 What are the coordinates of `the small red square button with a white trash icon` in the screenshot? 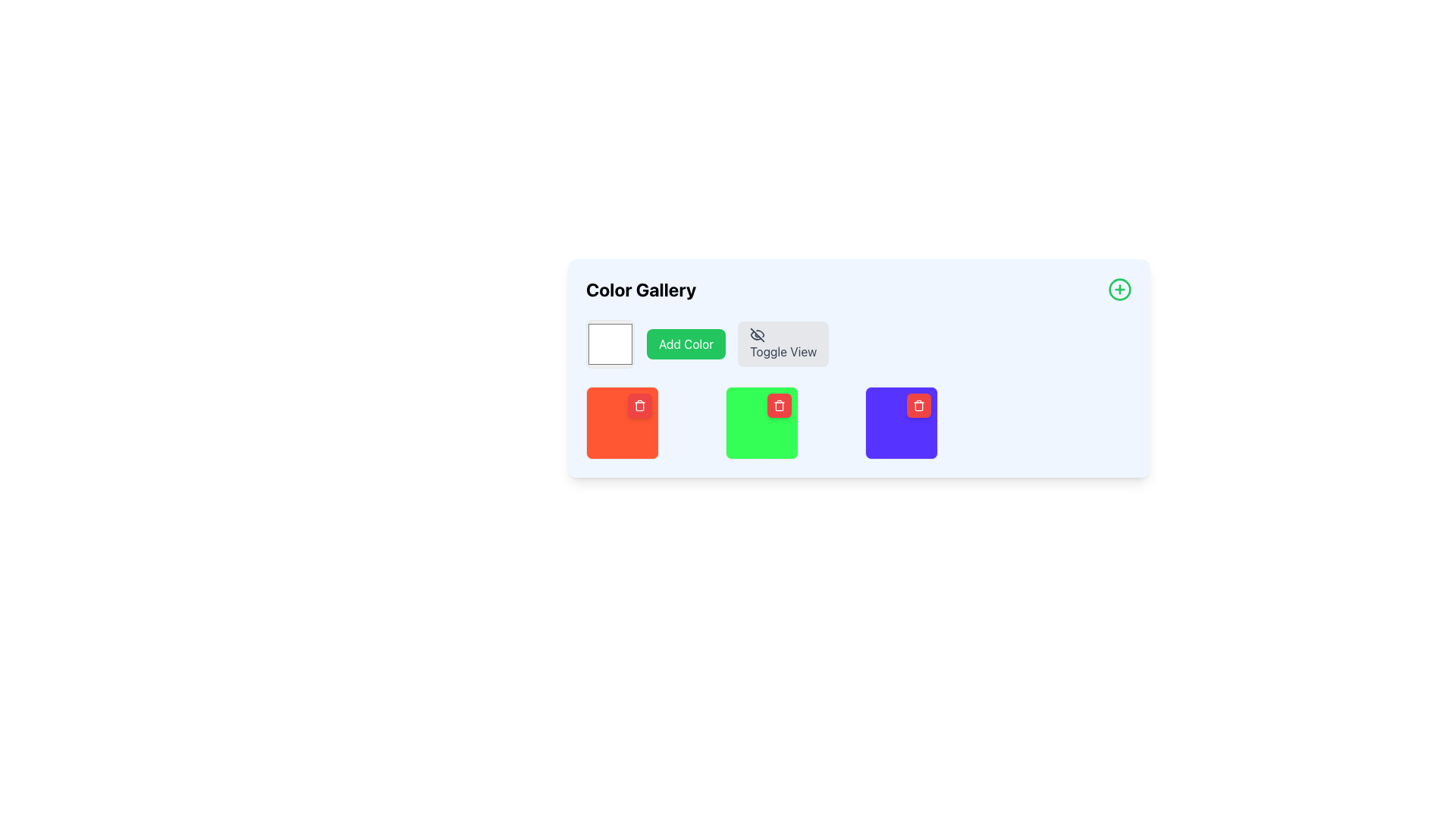 It's located at (779, 405).